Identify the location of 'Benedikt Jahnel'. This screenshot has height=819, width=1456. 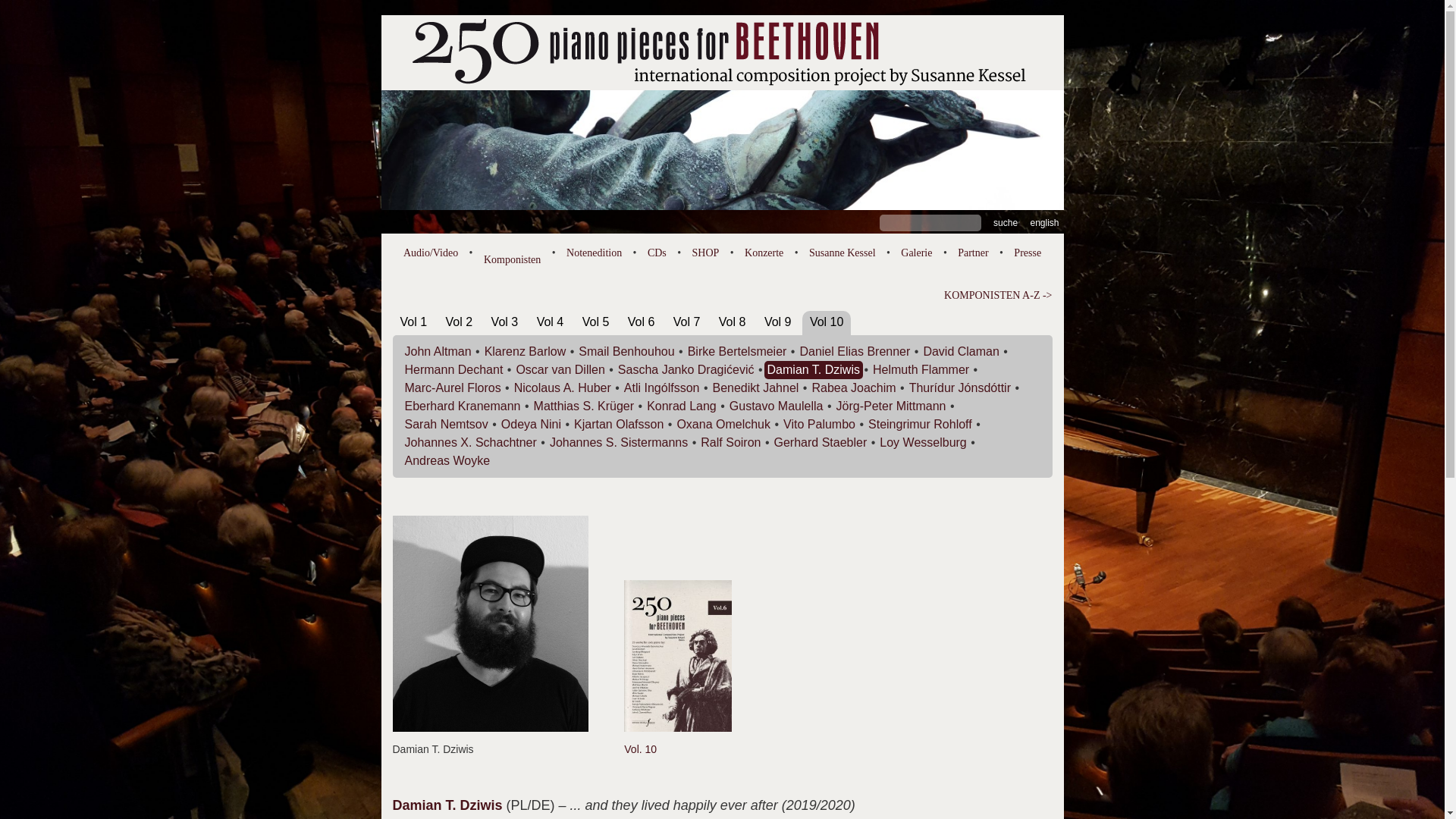
(756, 387).